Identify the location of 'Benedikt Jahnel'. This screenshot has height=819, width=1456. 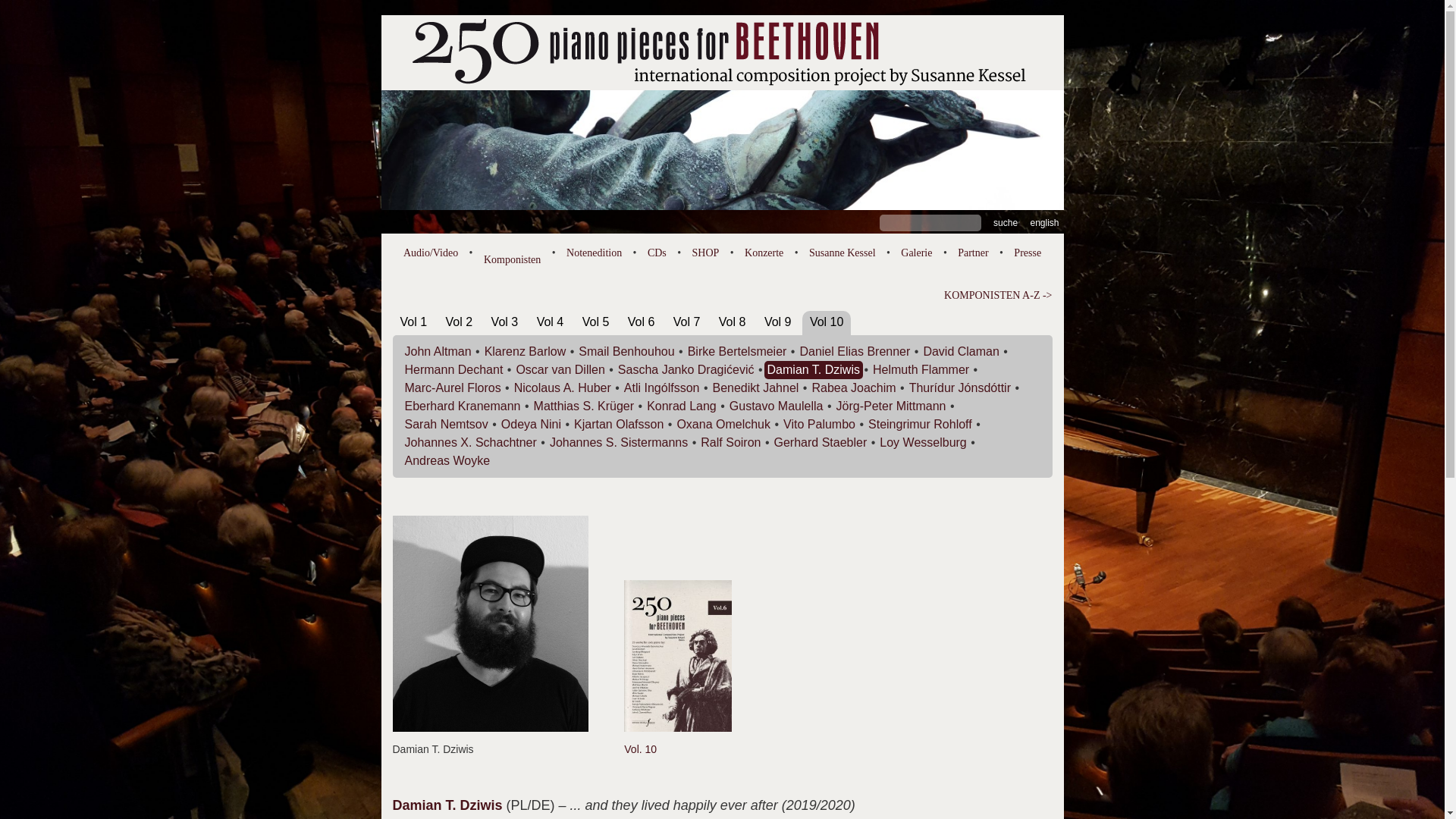
(756, 387).